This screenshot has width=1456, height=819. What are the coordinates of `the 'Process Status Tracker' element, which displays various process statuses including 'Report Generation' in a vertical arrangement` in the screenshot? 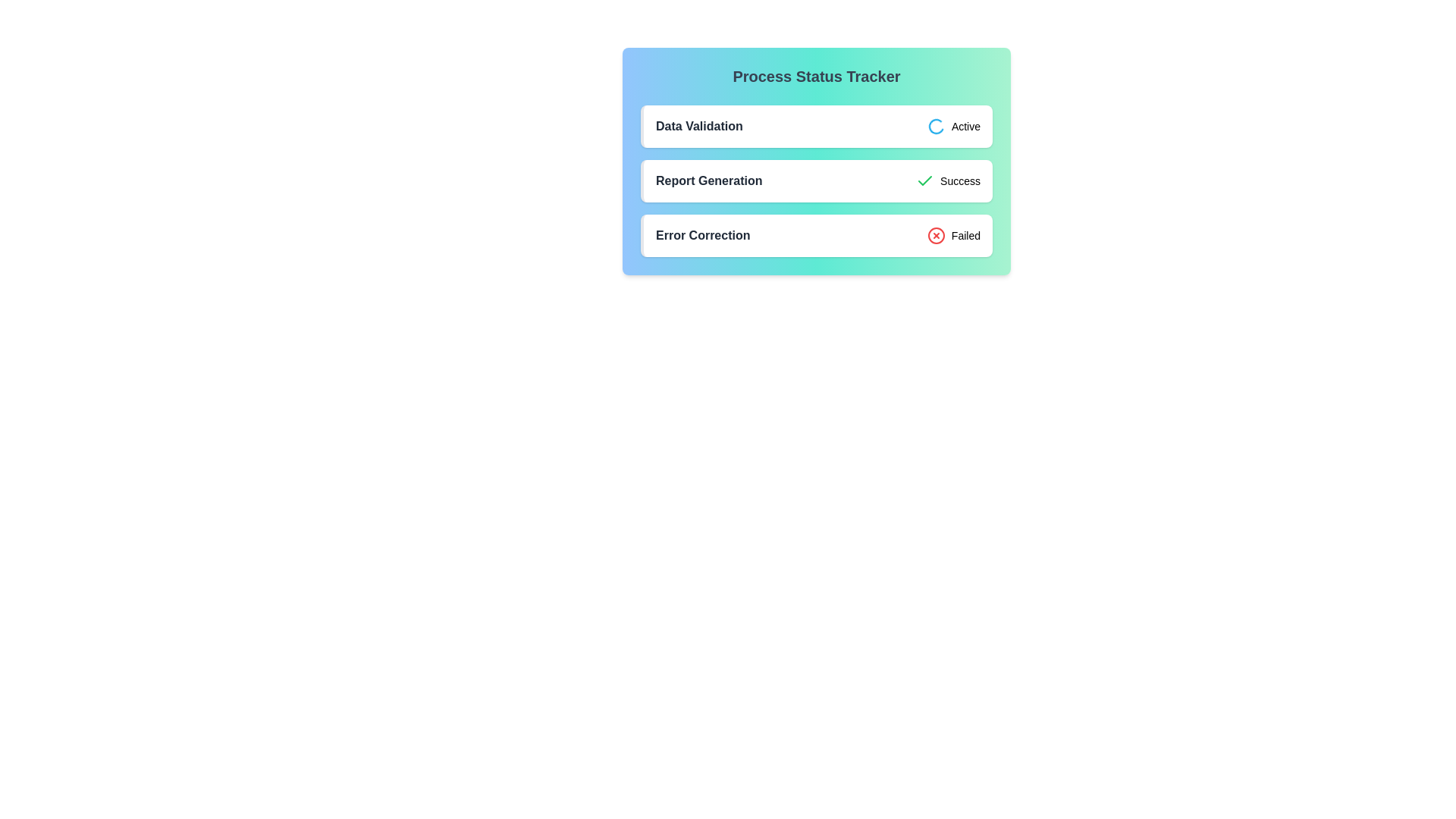 It's located at (815, 161).